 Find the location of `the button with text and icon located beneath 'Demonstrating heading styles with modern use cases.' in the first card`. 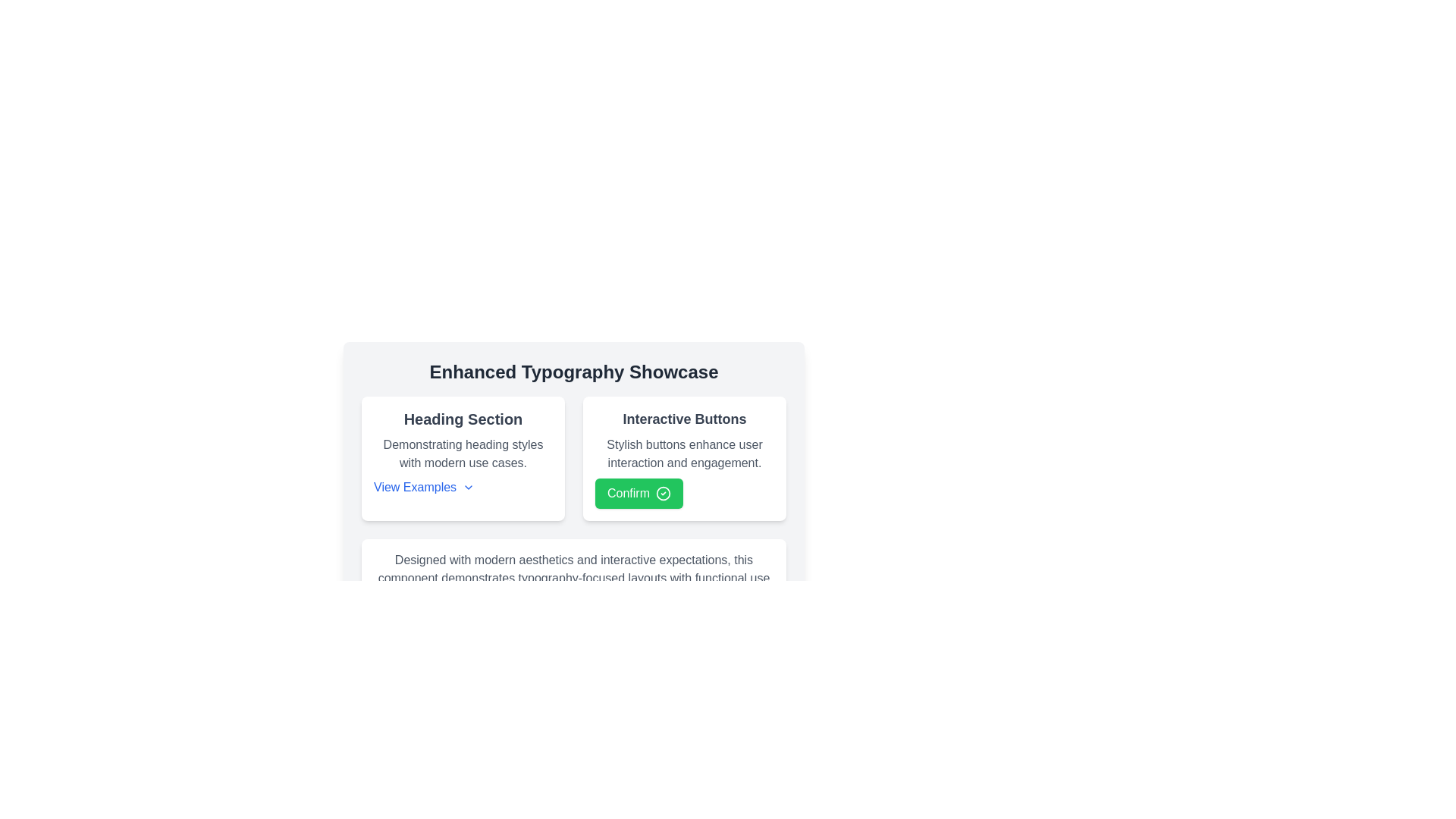

the button with text and icon located beneath 'Demonstrating heading styles with modern use cases.' in the first card is located at coordinates (424, 488).